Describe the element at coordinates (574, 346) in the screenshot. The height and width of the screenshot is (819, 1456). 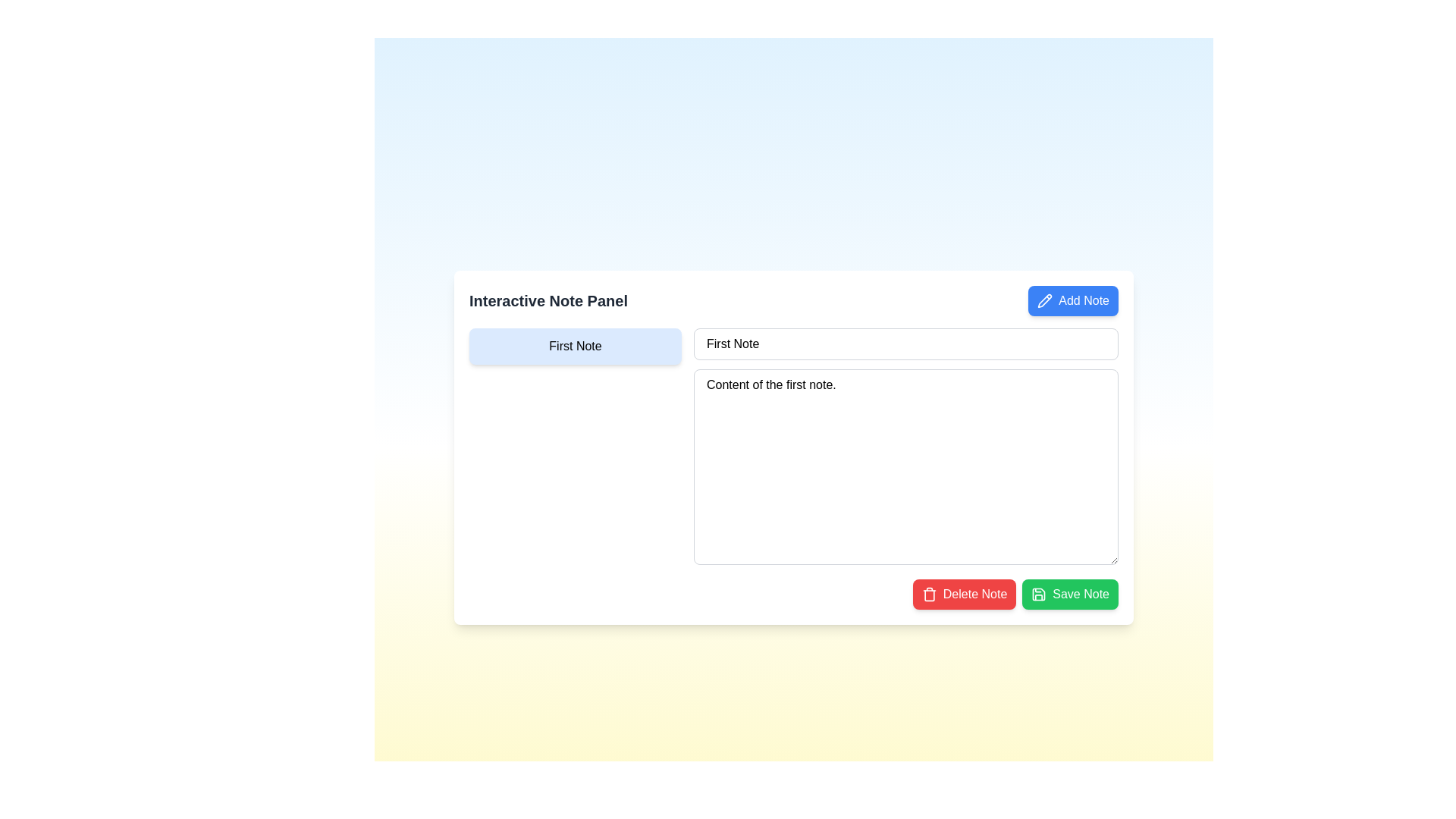
I see `the navigation button for the note labeled 'First Note'` at that location.